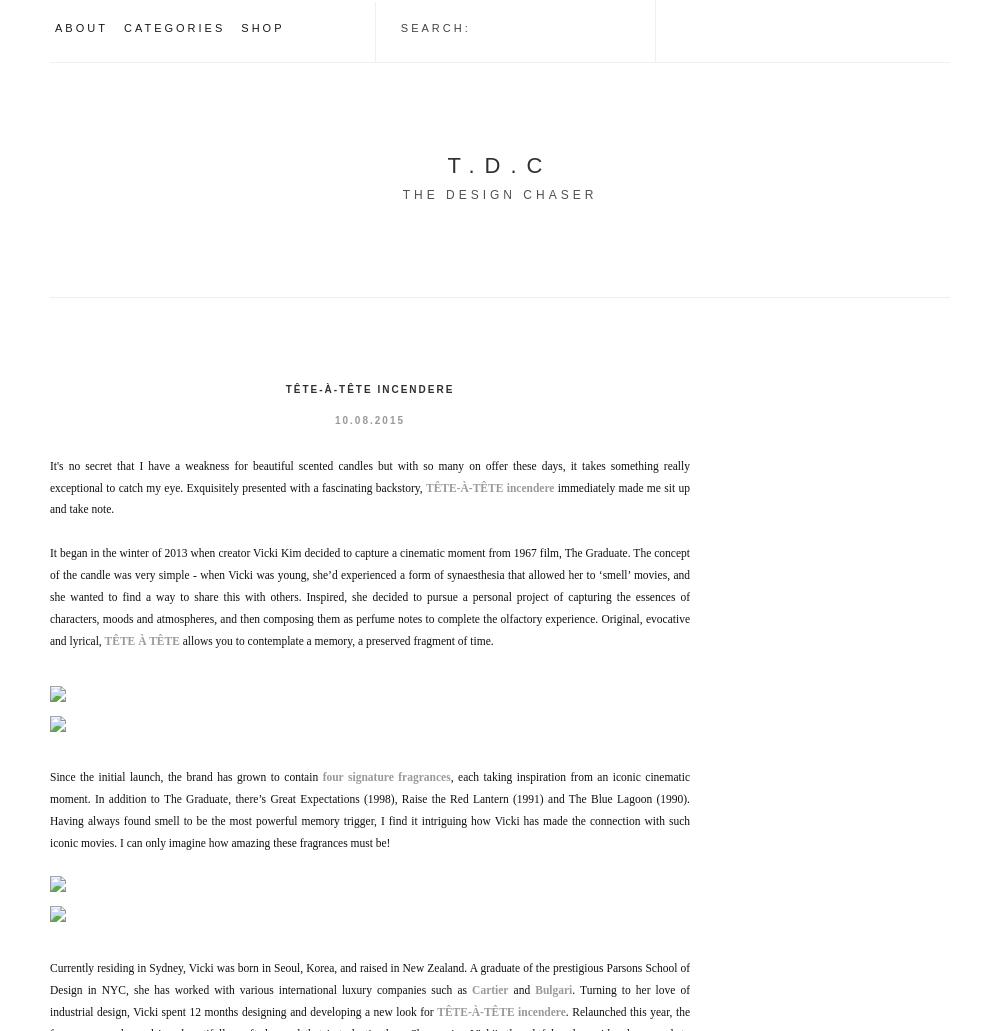 This screenshot has width=1000, height=1031. Describe the element at coordinates (103, 640) in the screenshot. I see `'TÊTE À TÊTE'` at that location.